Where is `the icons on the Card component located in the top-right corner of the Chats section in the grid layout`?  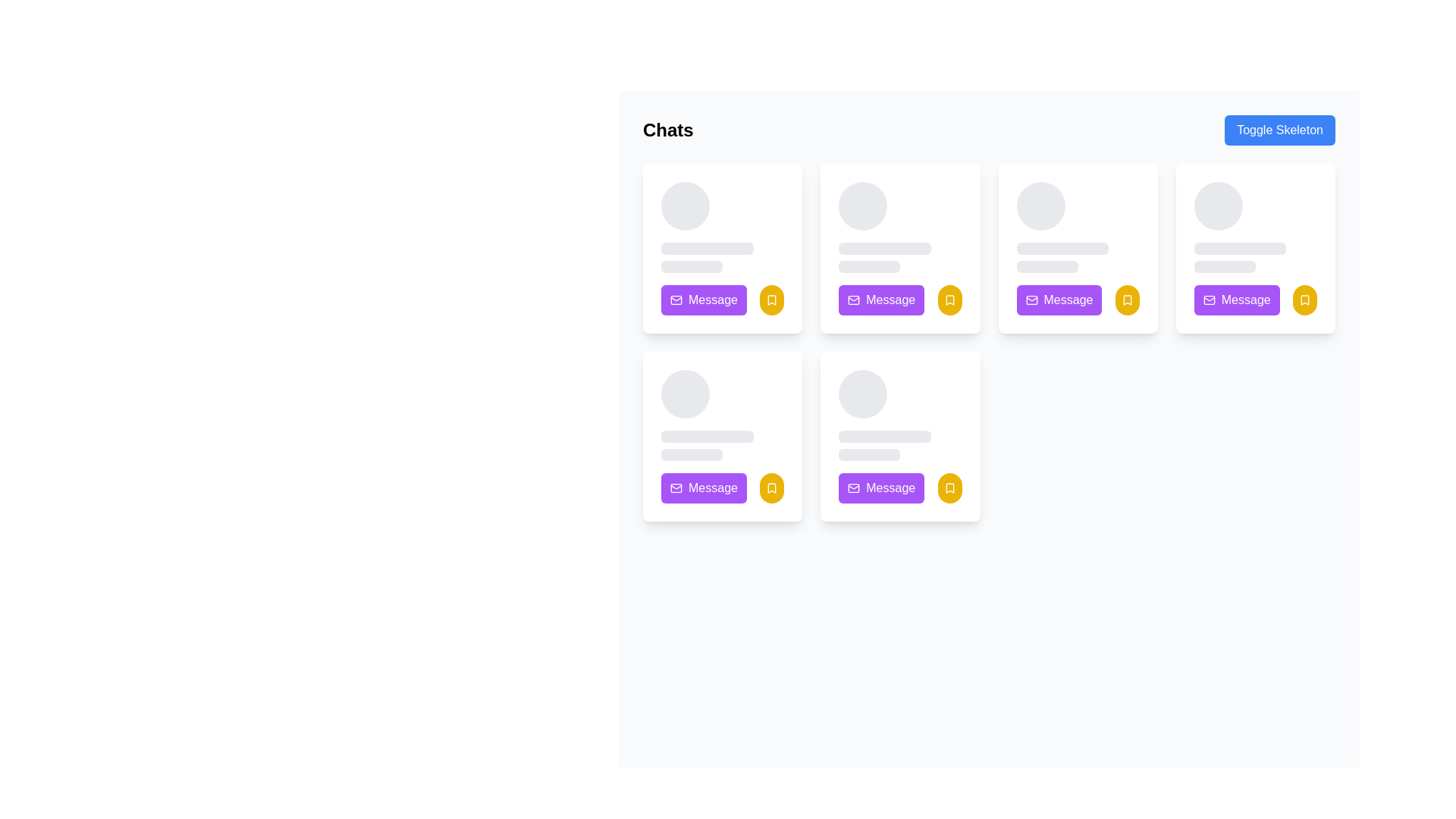 the icons on the Card component located in the top-right corner of the Chats section in the grid layout is located at coordinates (1255, 247).